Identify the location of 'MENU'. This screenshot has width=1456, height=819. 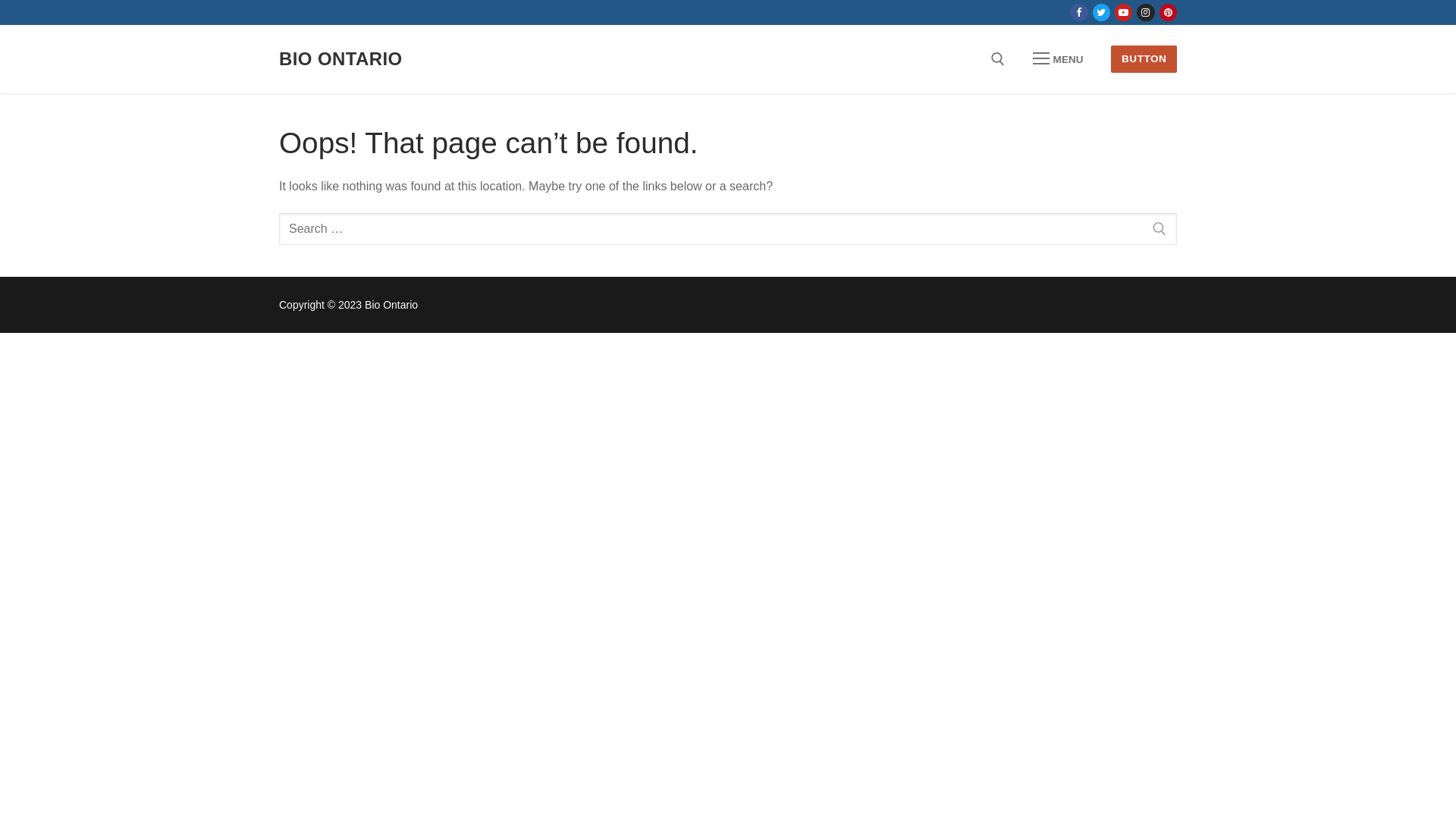
(1057, 58).